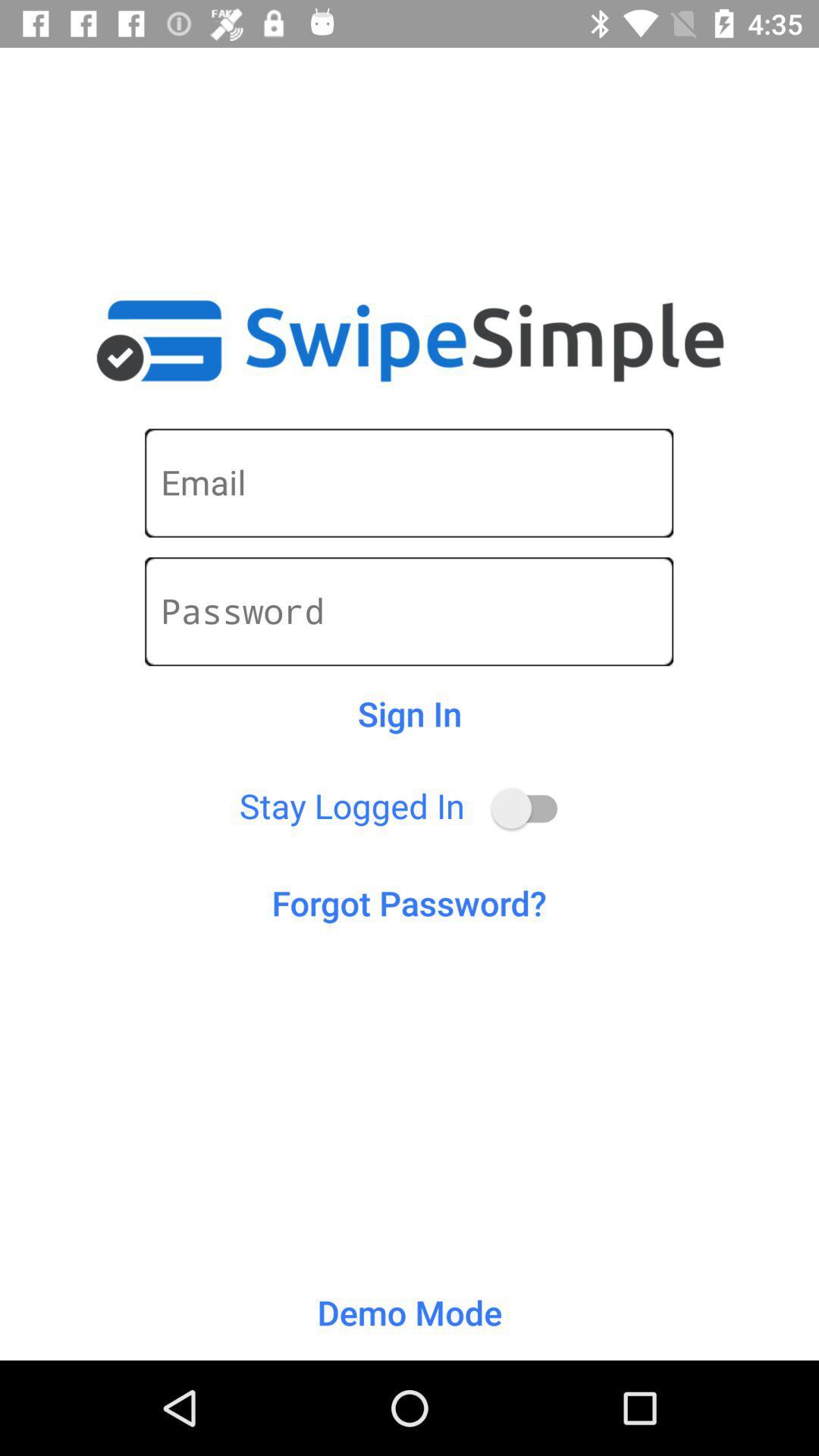  Describe the element at coordinates (408, 611) in the screenshot. I see `password` at that location.